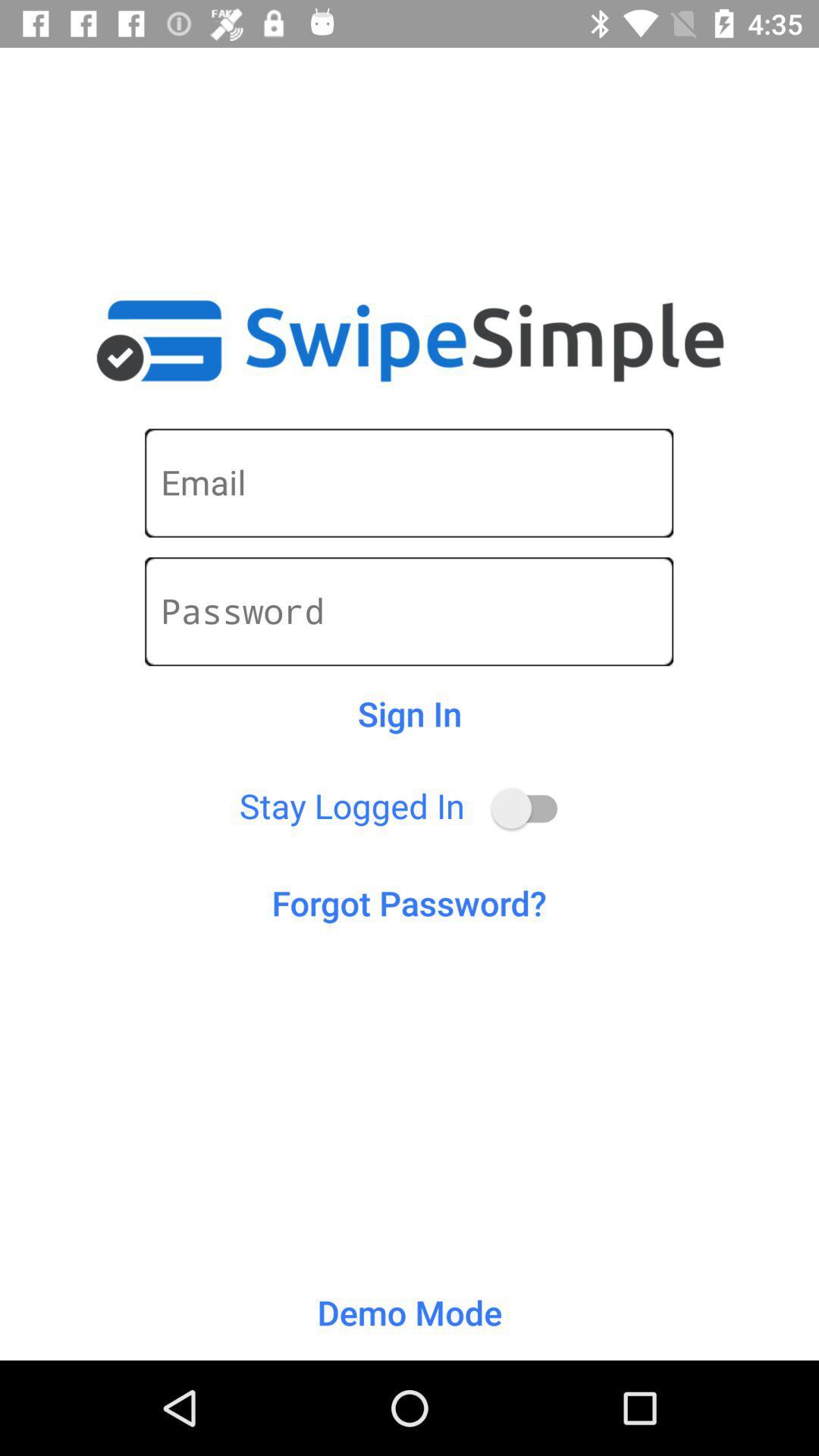  Describe the element at coordinates (408, 611) in the screenshot. I see `password` at that location.